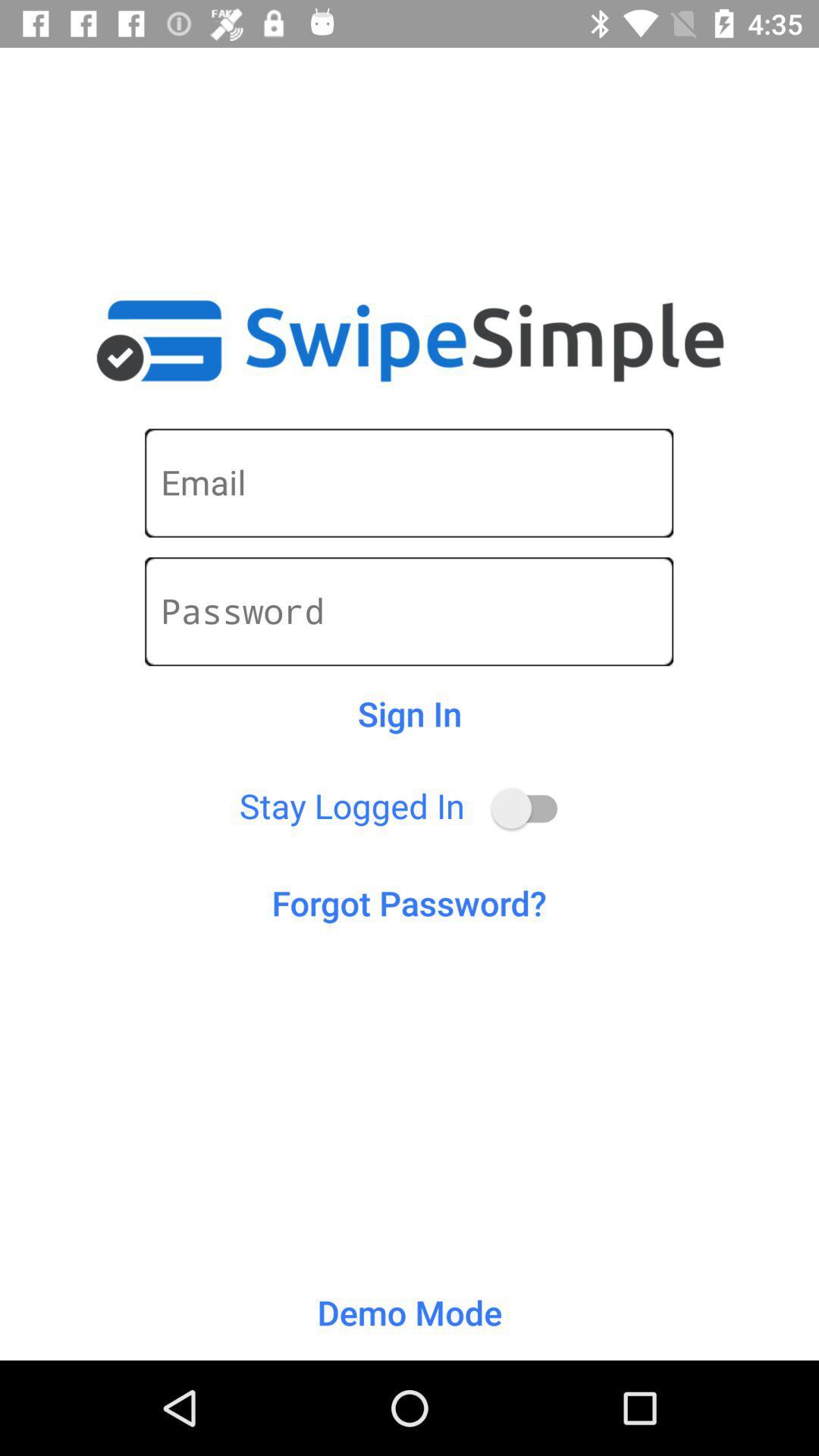  Describe the element at coordinates (408, 611) in the screenshot. I see `password` at that location.